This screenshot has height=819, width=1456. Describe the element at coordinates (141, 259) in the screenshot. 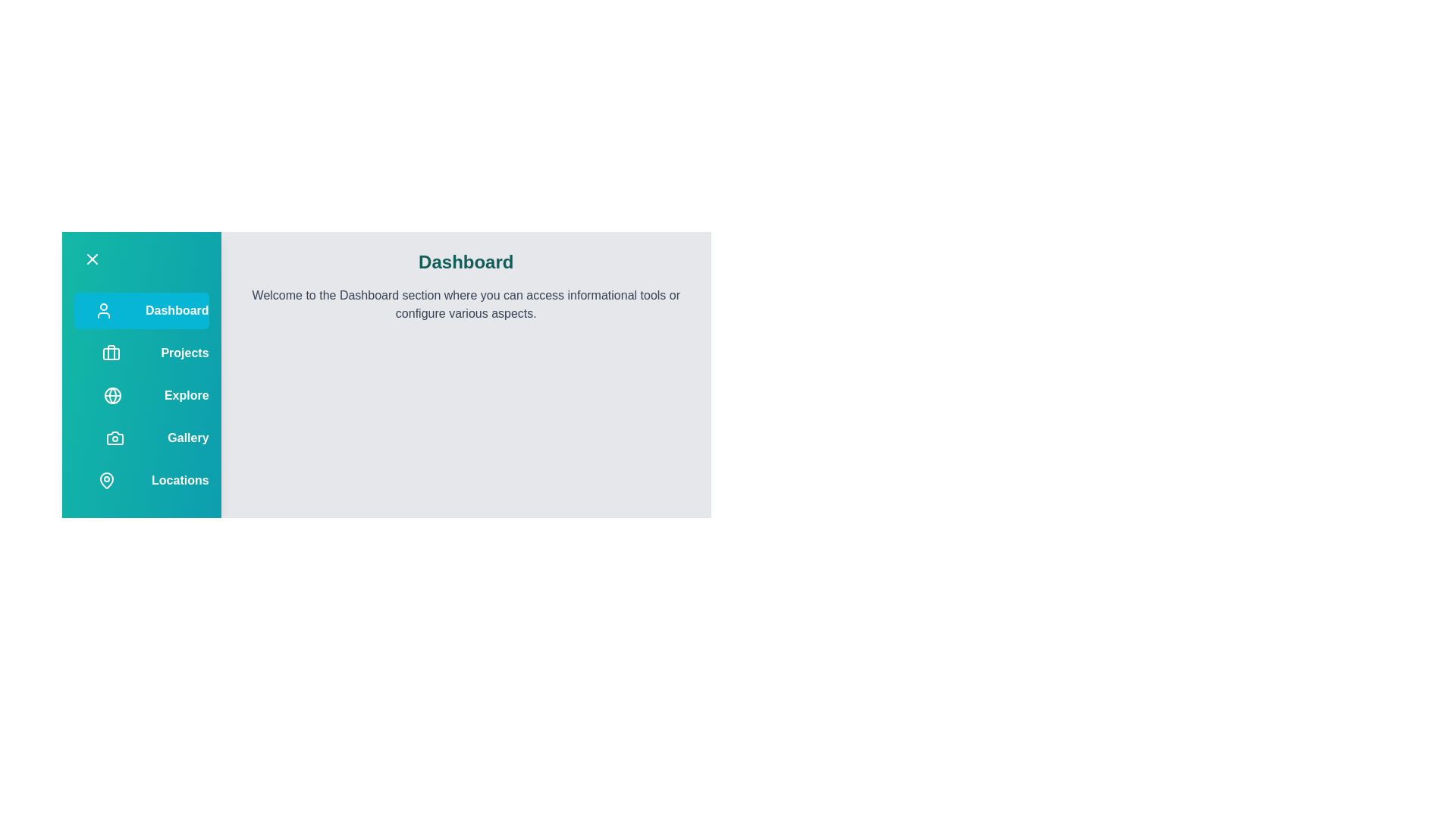

I see `the drawer toggle button to toggle its state` at that location.